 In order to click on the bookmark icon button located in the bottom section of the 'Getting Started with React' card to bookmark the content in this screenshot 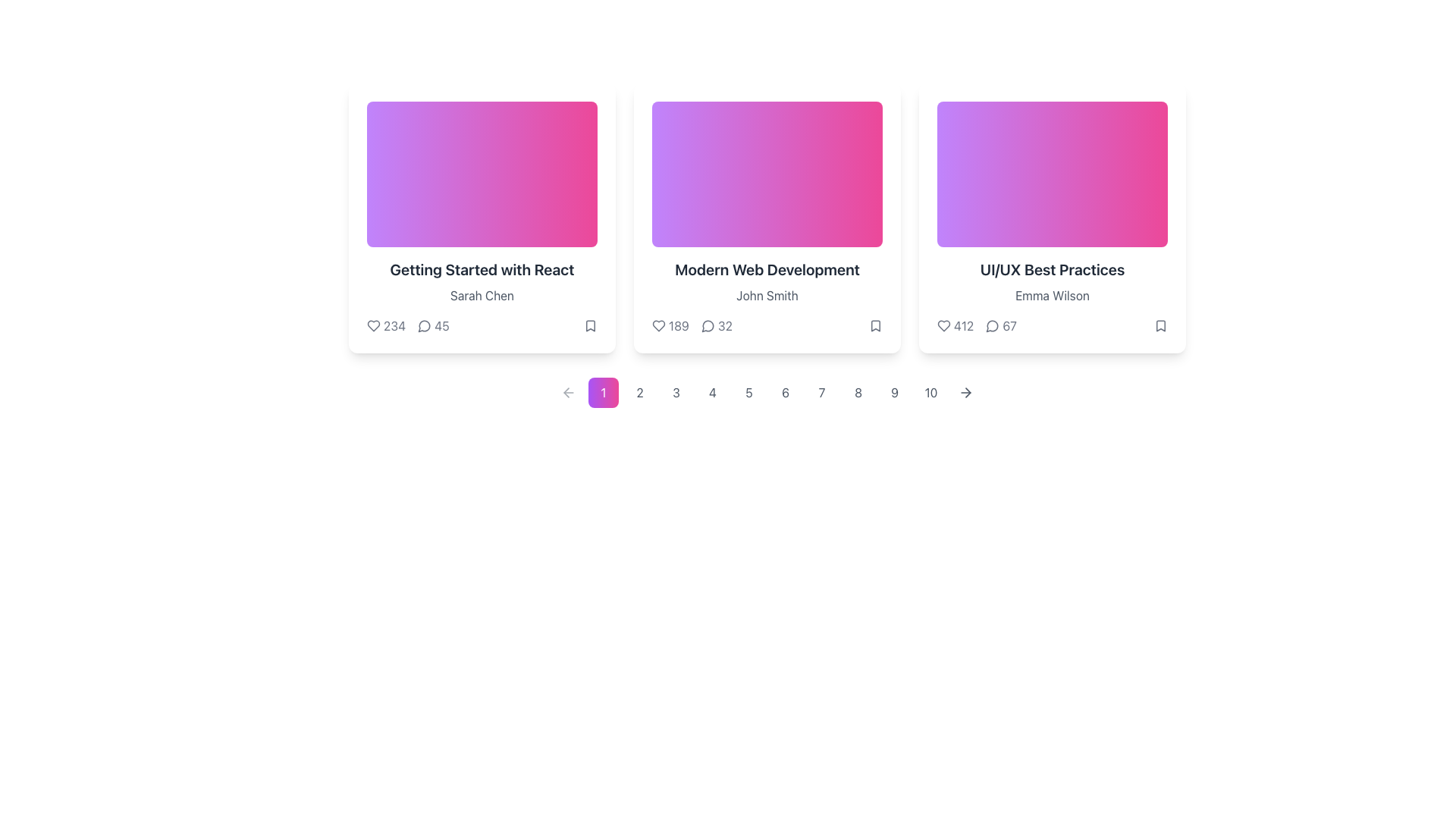, I will do `click(589, 325)`.